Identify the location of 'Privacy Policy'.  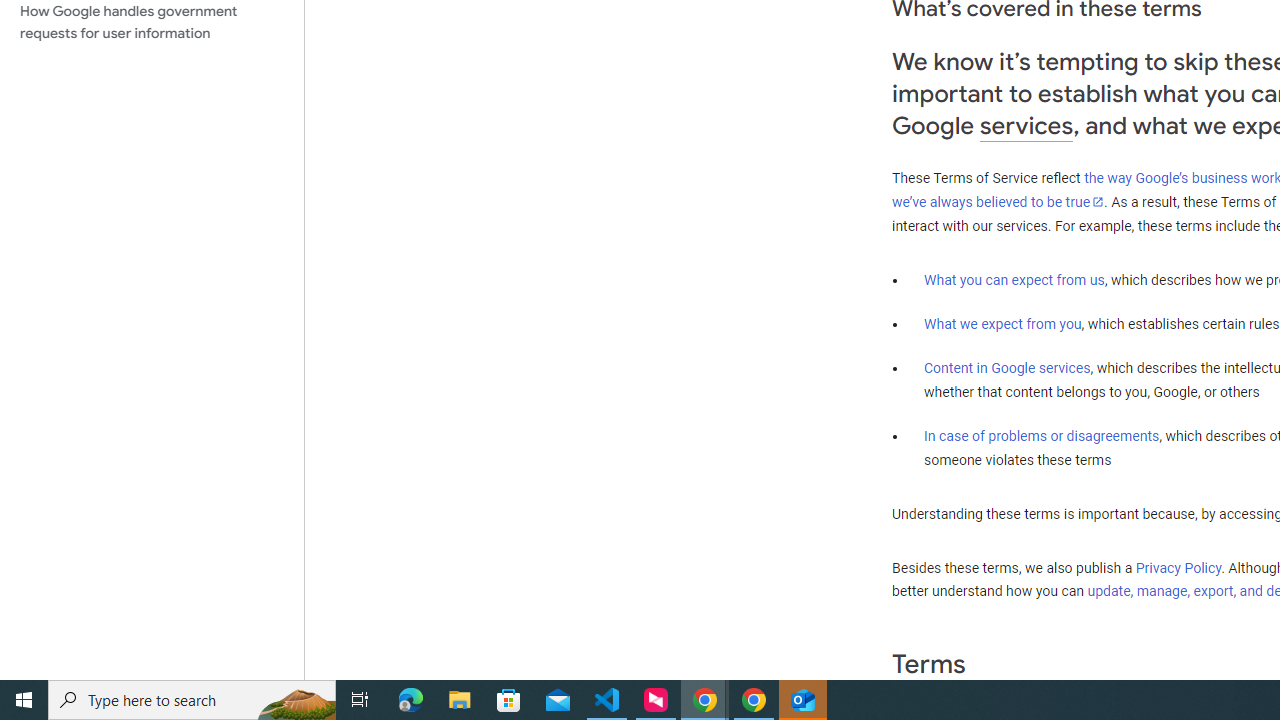
(1178, 567).